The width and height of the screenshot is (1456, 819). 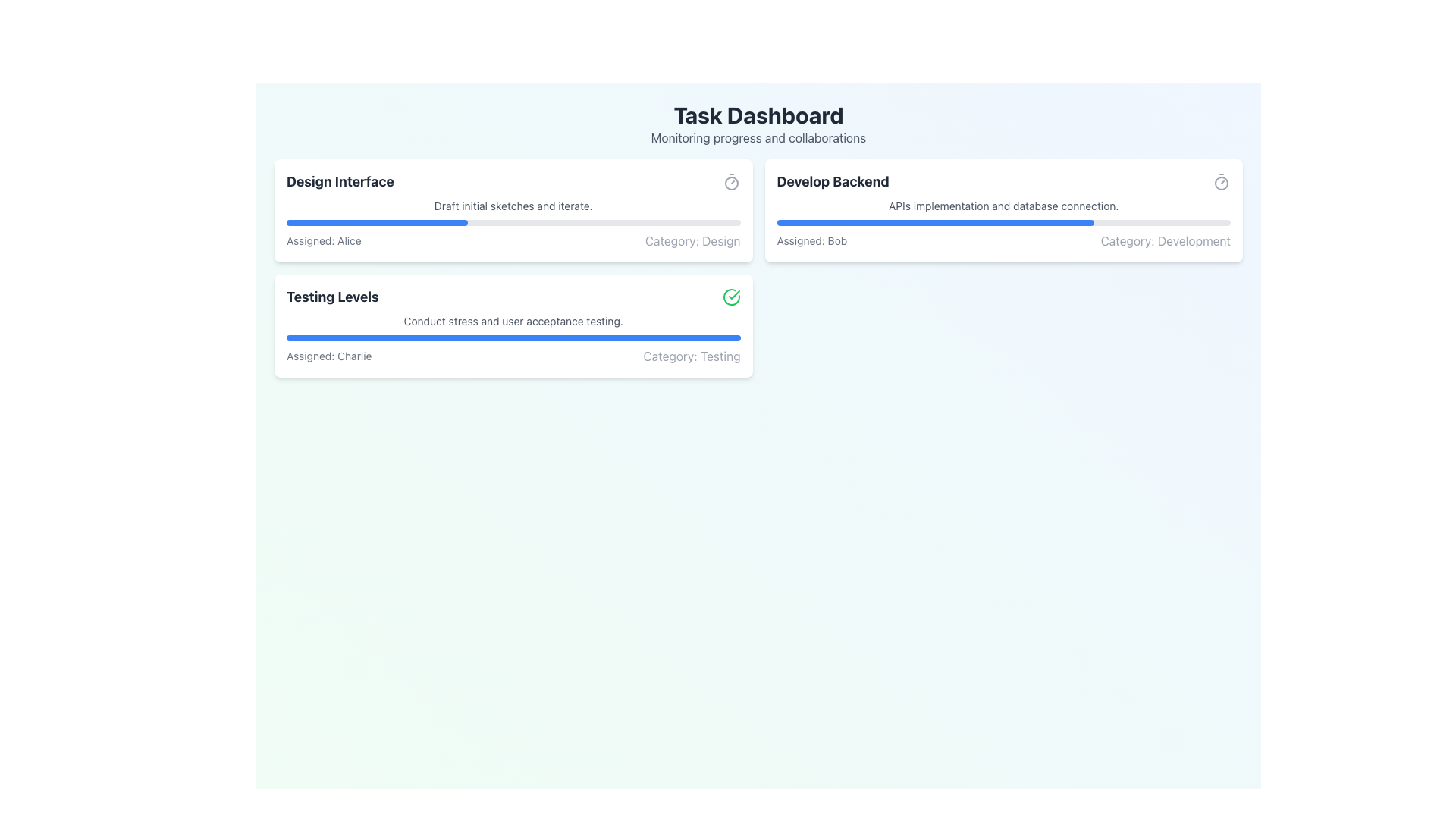 I want to click on the Text Display element that provides information about the individual assigned to the task associated with the card above it, positioned below a progress bar in the 'Design Interface' card, so click(x=323, y=240).